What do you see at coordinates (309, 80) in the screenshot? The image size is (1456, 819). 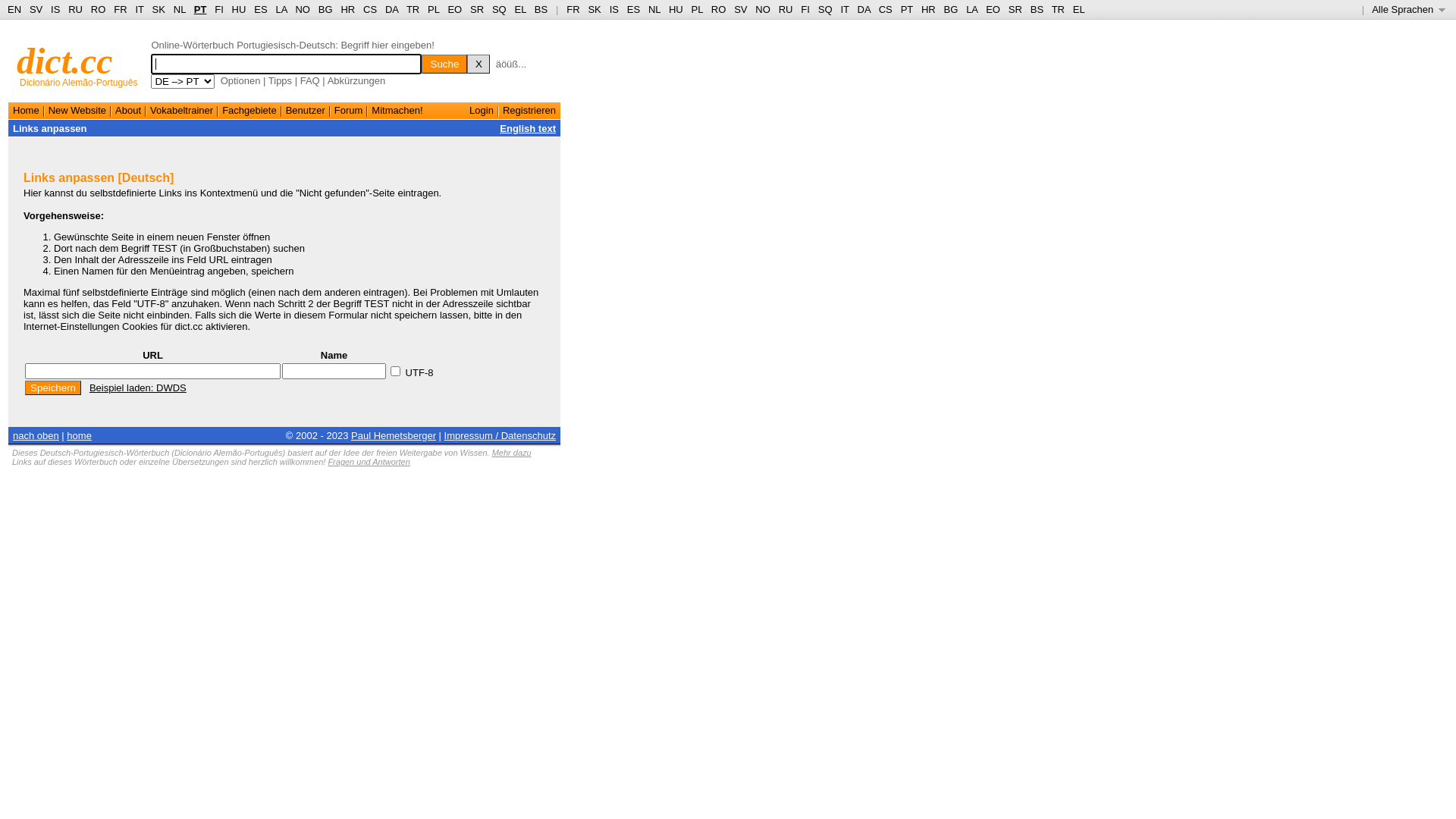 I see `'FAQ'` at bounding box center [309, 80].